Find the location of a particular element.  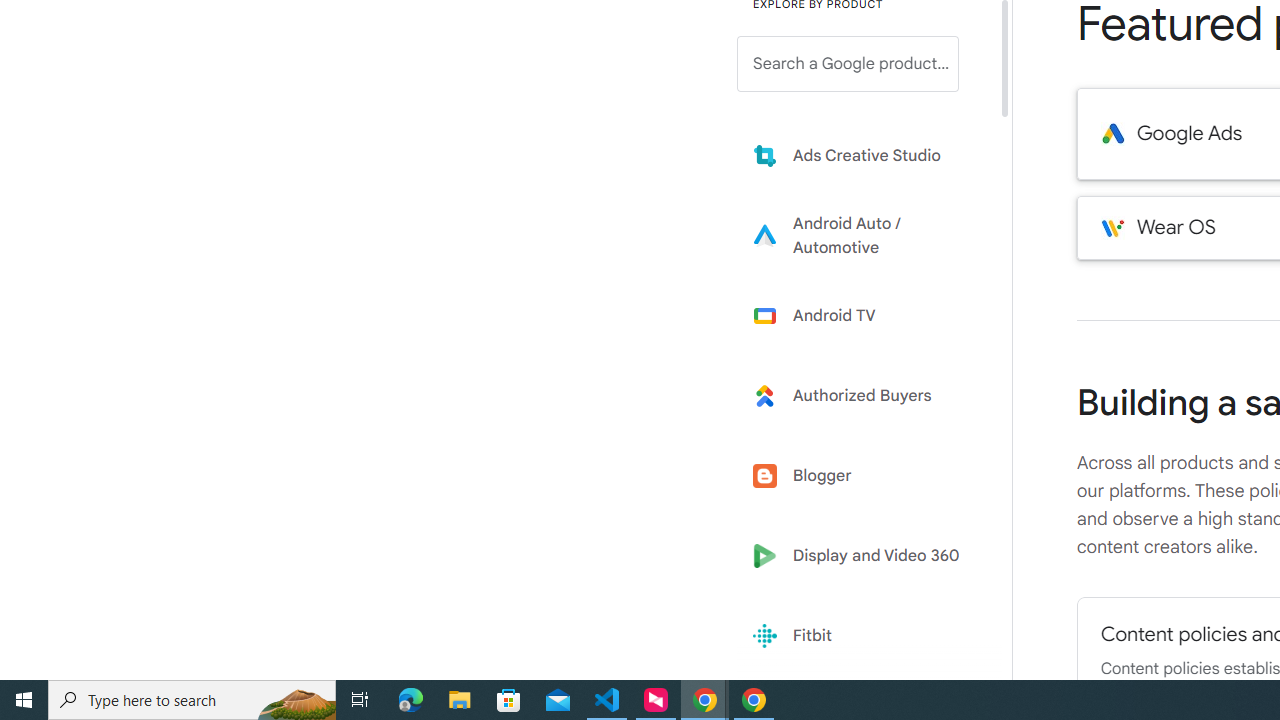

'Blogger' is located at coordinates (862, 476).